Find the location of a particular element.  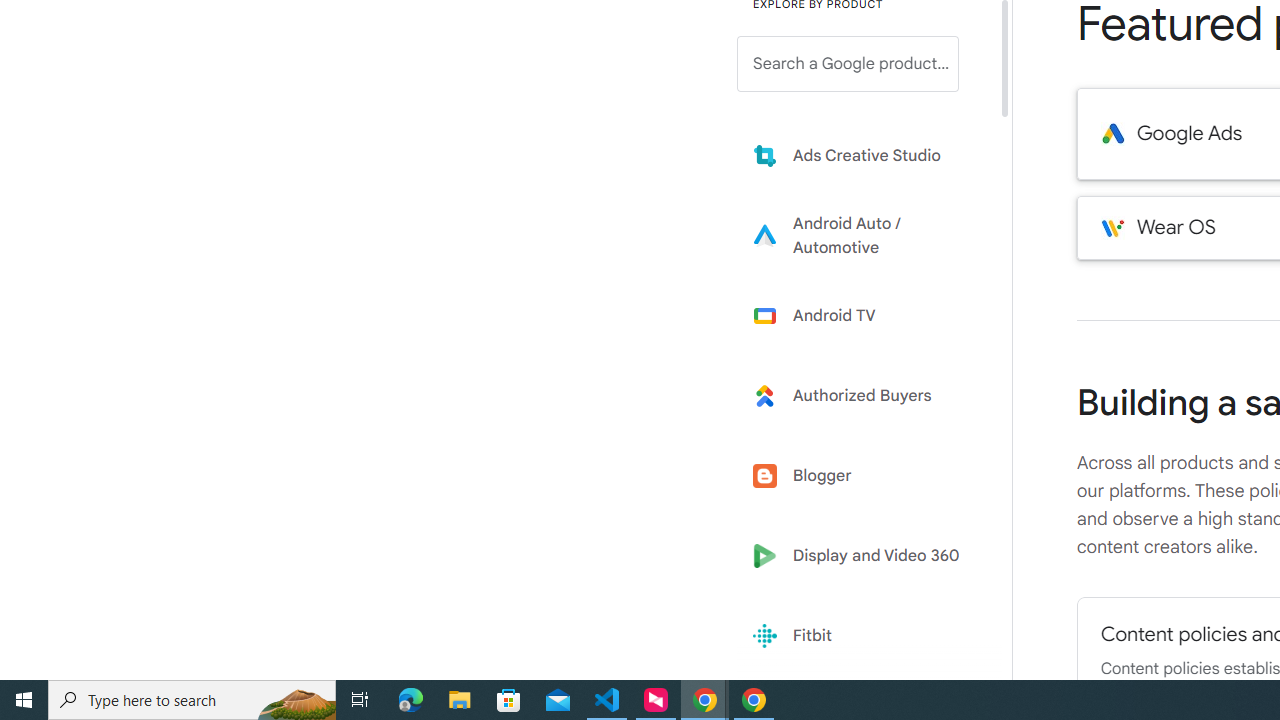

'Blogger' is located at coordinates (862, 476).